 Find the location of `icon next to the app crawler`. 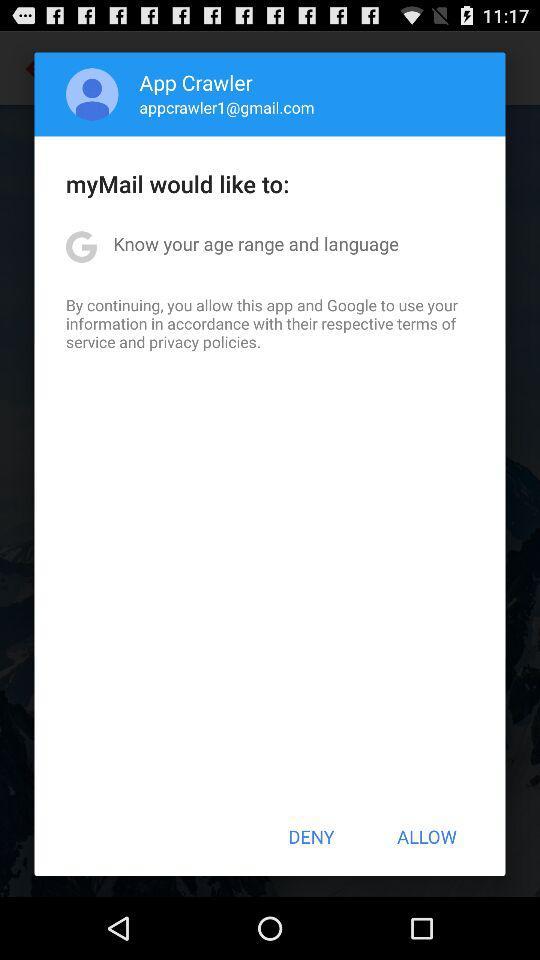

icon next to the app crawler is located at coordinates (91, 94).